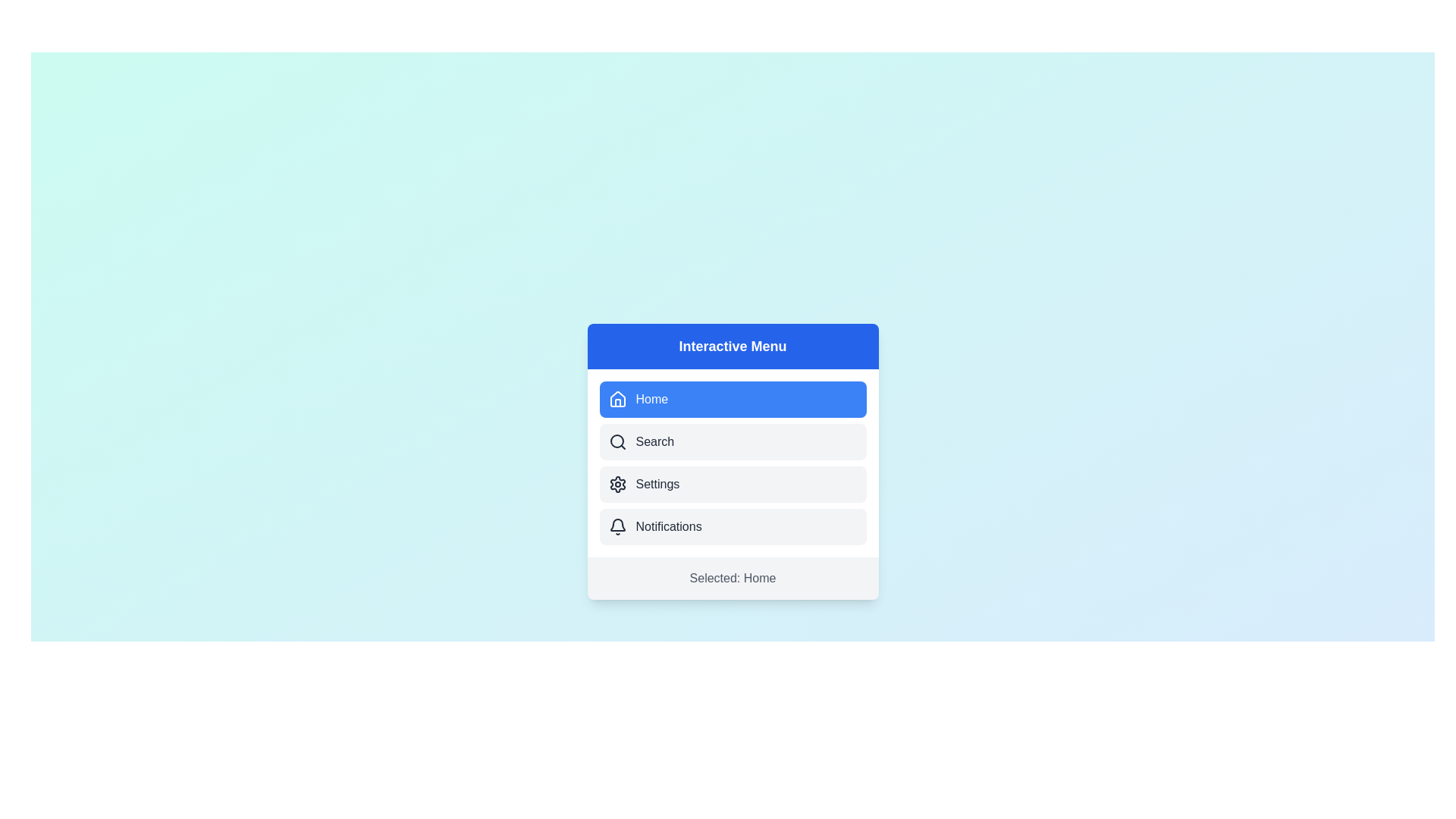 This screenshot has height=819, width=1456. Describe the element at coordinates (733, 399) in the screenshot. I see `the menu item Home from the menu` at that location.